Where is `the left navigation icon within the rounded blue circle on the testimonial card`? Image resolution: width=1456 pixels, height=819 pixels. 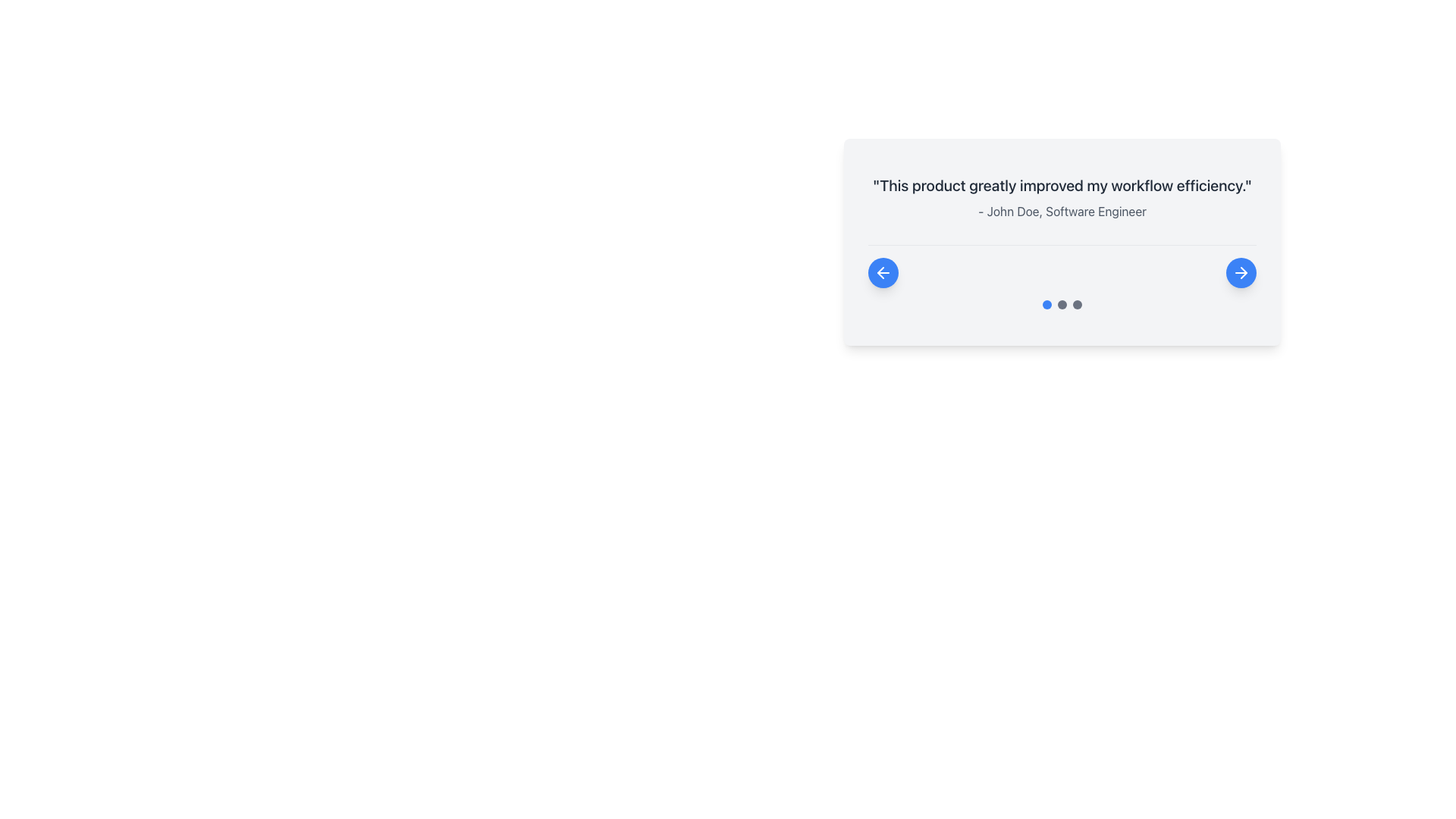 the left navigation icon within the rounded blue circle on the testimonial card is located at coordinates (883, 271).